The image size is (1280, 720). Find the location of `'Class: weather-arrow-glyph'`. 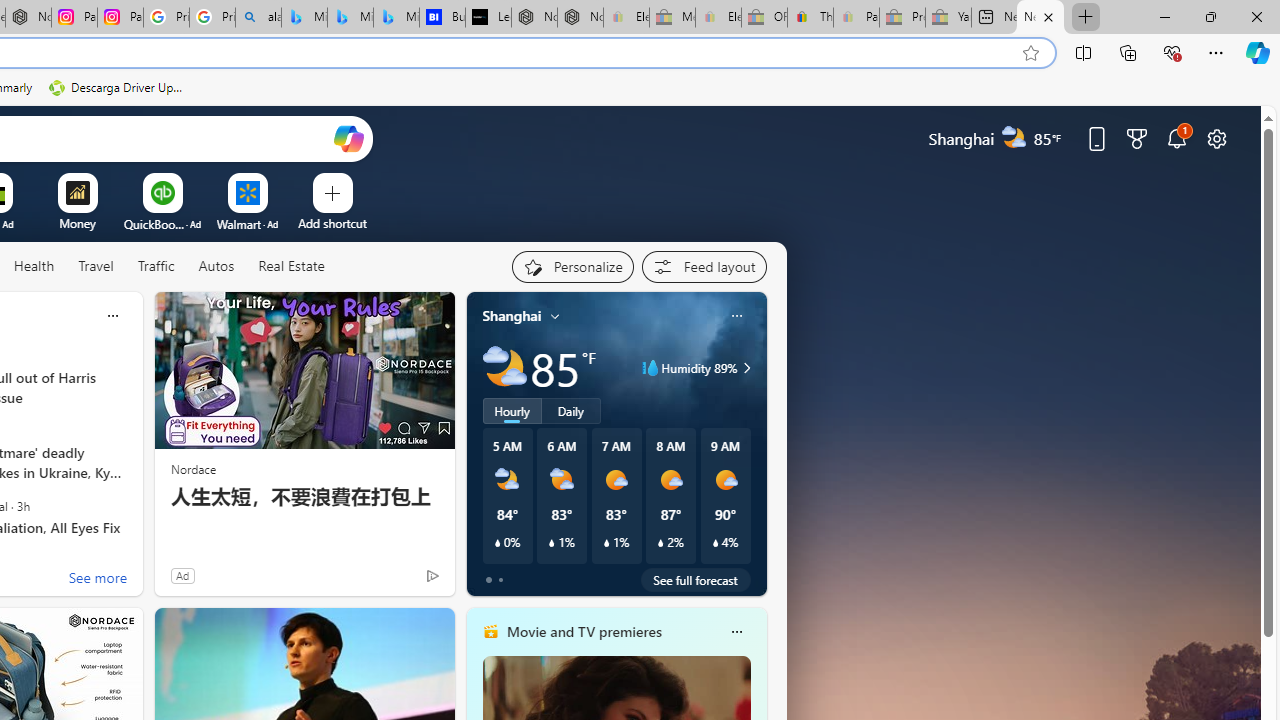

'Class: weather-arrow-glyph' is located at coordinates (745, 367).